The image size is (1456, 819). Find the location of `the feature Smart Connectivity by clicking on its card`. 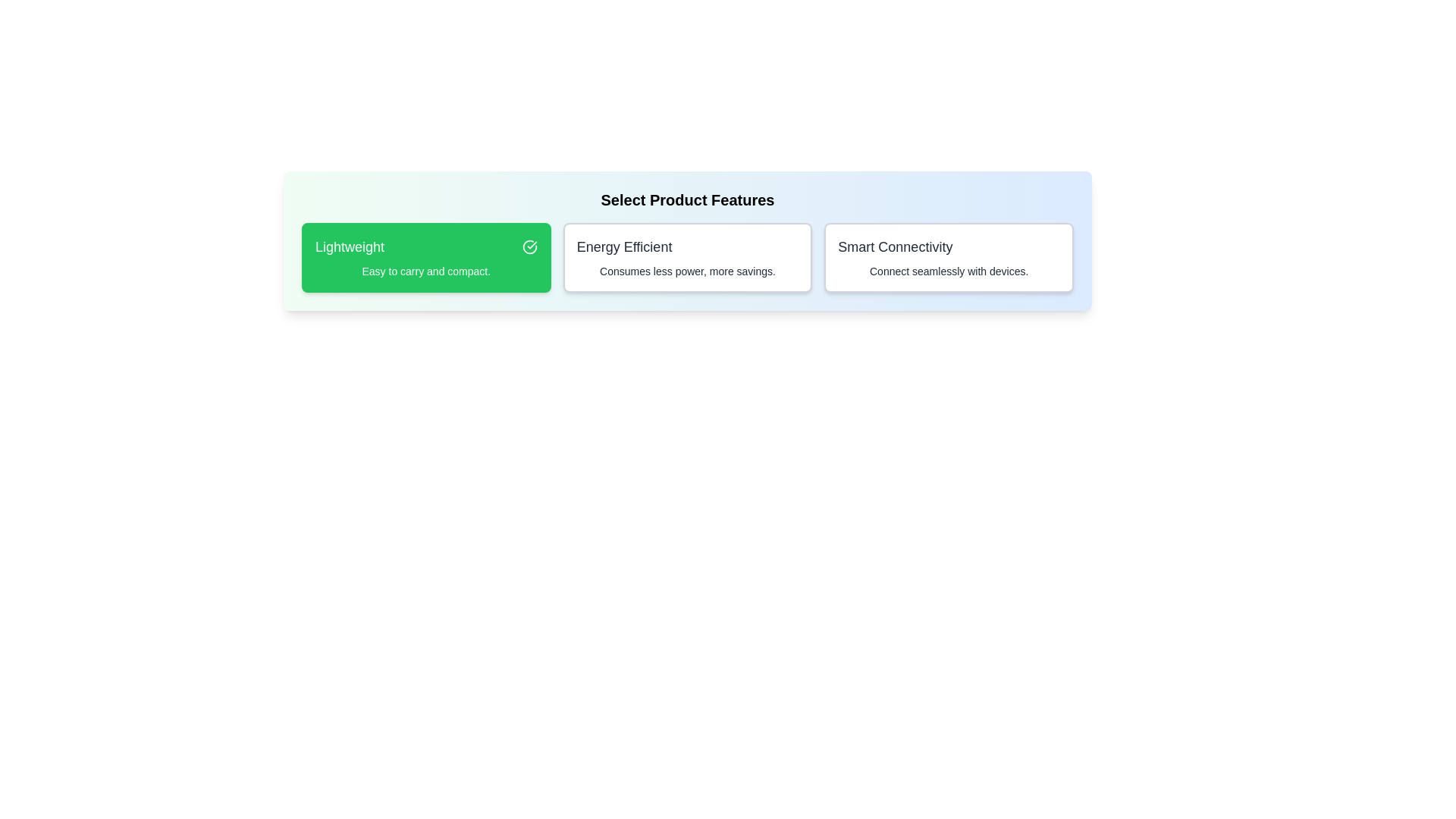

the feature Smart Connectivity by clicking on its card is located at coordinates (948, 256).